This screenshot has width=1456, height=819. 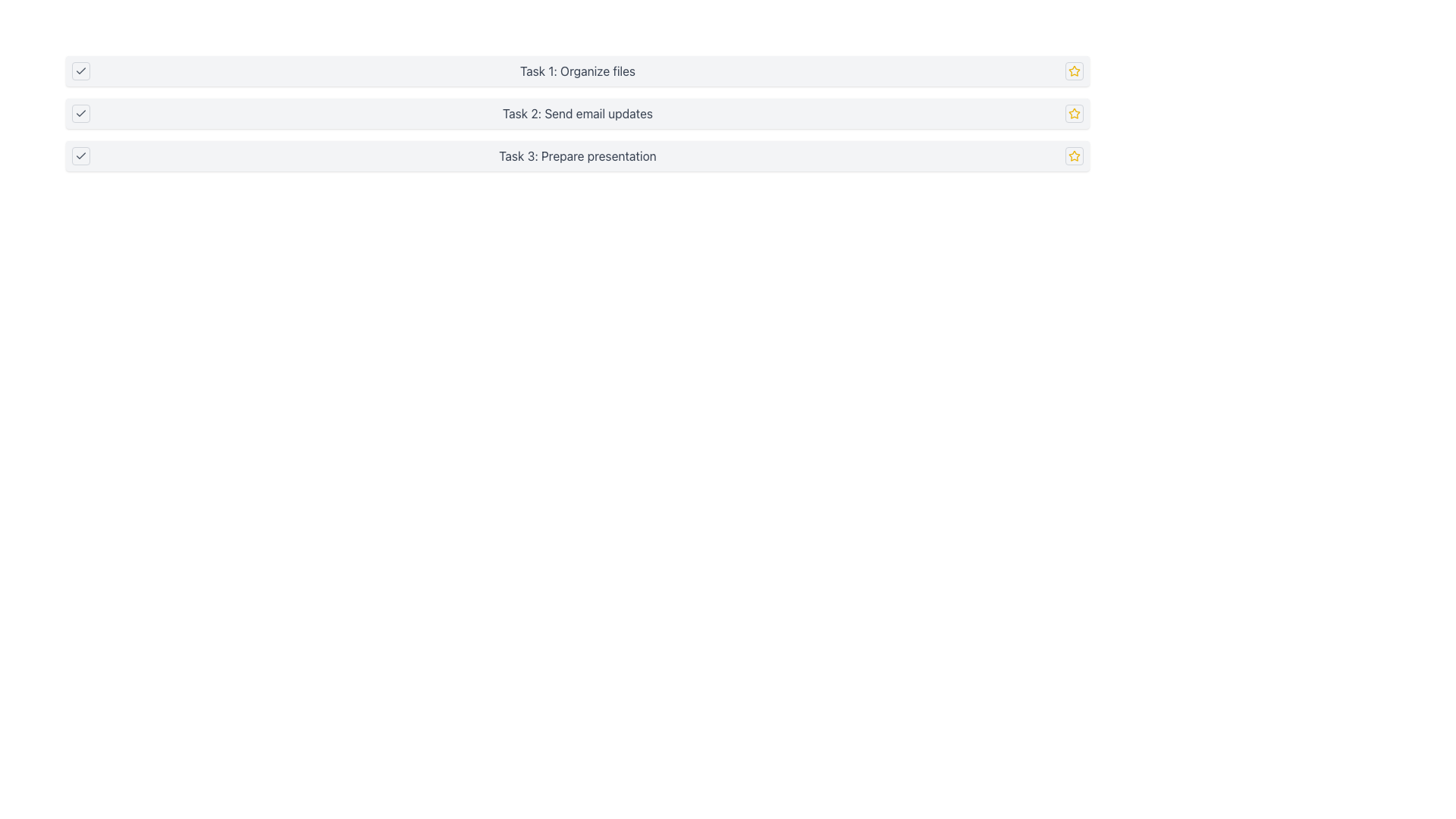 What do you see at coordinates (1073, 113) in the screenshot?
I see `the star icon button with a yellow border to favorite or unfavorite the task displayed as 'Task 2: Send email updates'` at bounding box center [1073, 113].